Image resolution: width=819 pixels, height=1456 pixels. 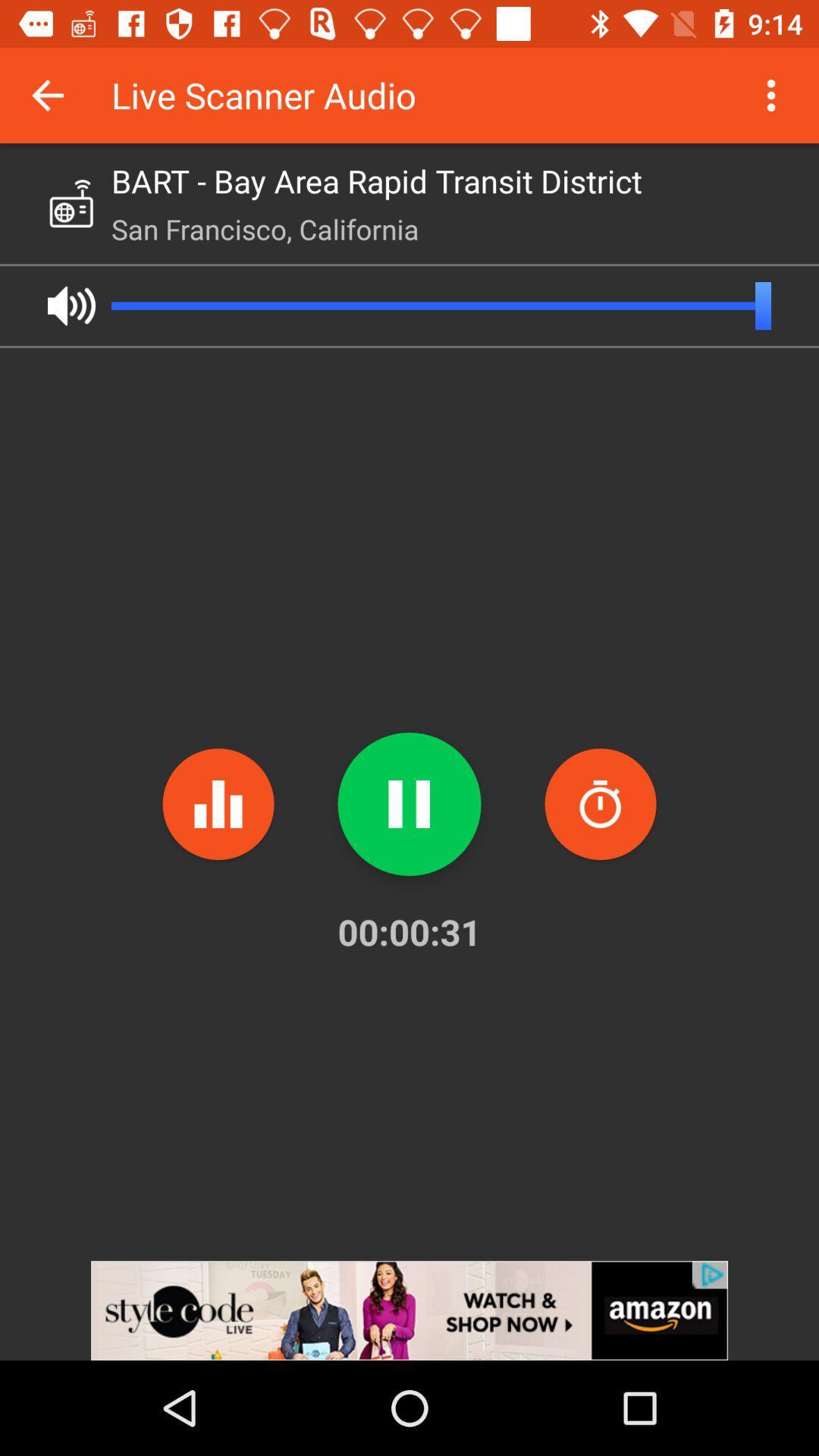 What do you see at coordinates (71, 305) in the screenshot?
I see `volume` at bounding box center [71, 305].